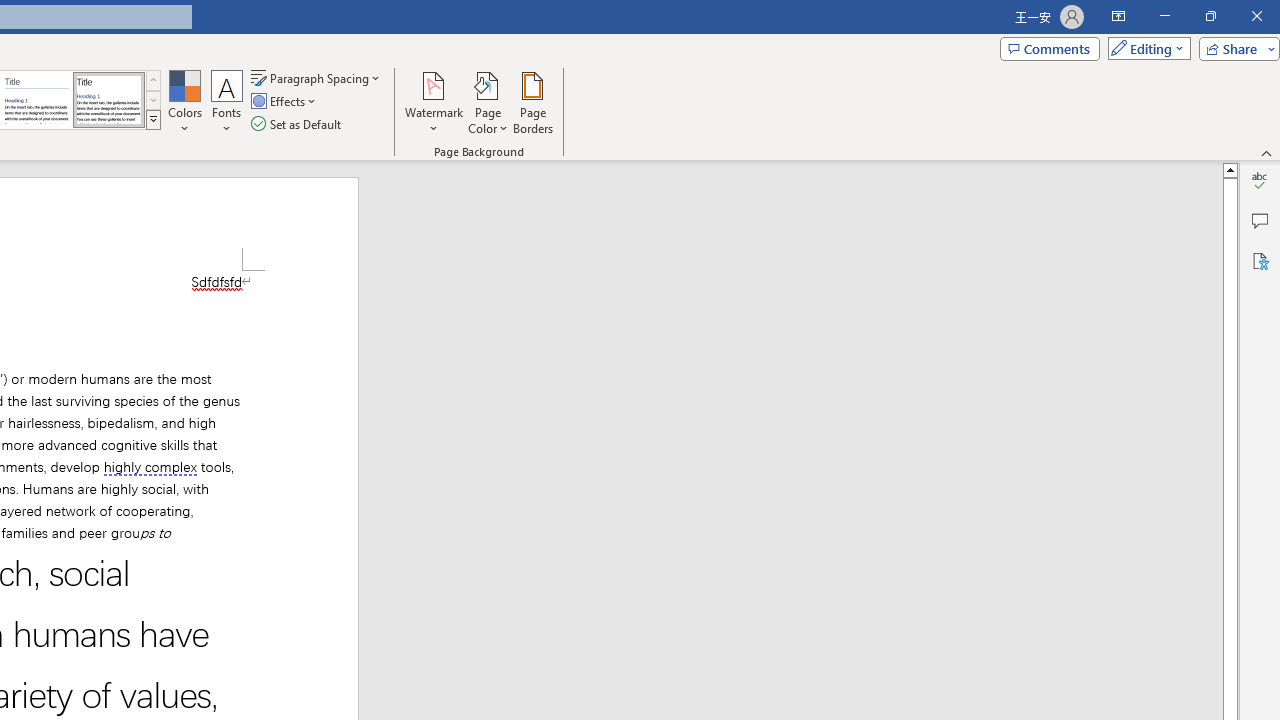  What do you see at coordinates (1266, 152) in the screenshot?
I see `'Collapse the Ribbon'` at bounding box center [1266, 152].